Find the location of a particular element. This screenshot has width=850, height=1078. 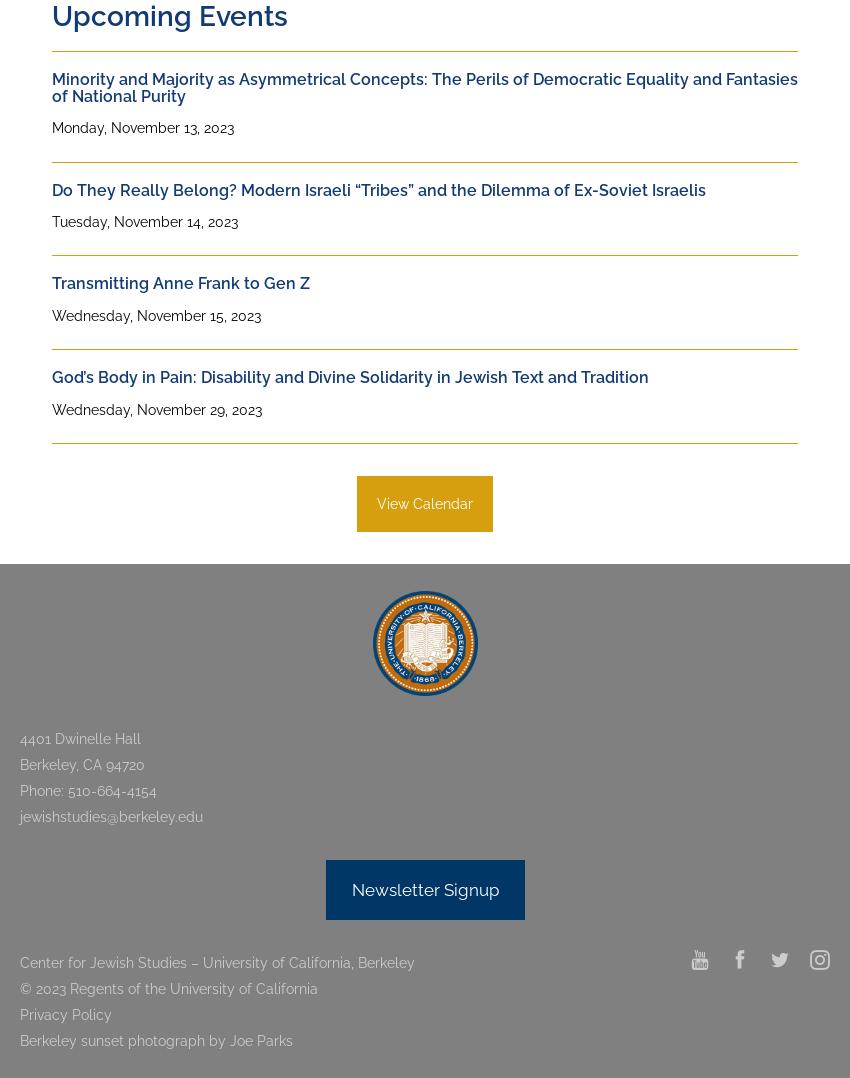

'© 2023 Regents of the University of California' is located at coordinates (168, 988).